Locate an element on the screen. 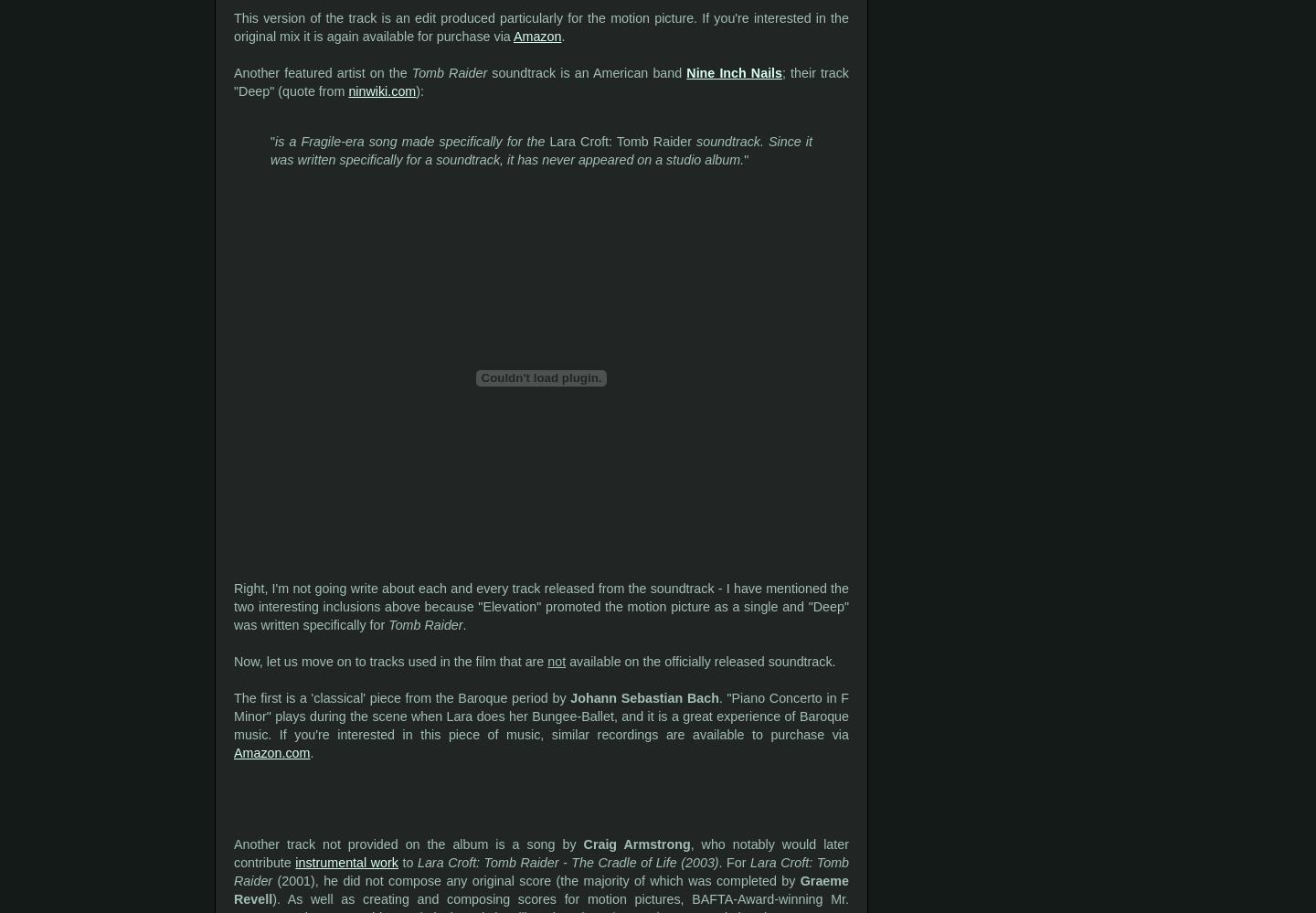  '(2001), he did not compose any original score (the majority of which was completed by' is located at coordinates (536, 880).